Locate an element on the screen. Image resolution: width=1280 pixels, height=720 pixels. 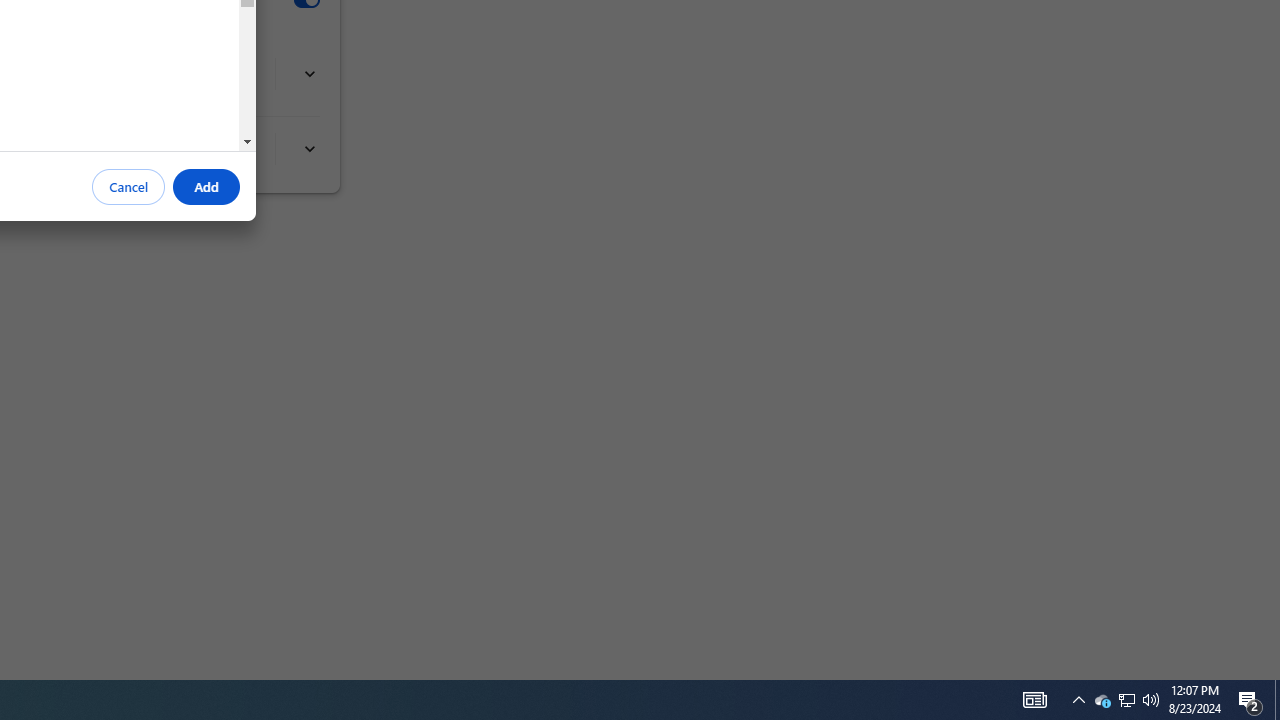
'Cancel' is located at coordinates (128, 187).